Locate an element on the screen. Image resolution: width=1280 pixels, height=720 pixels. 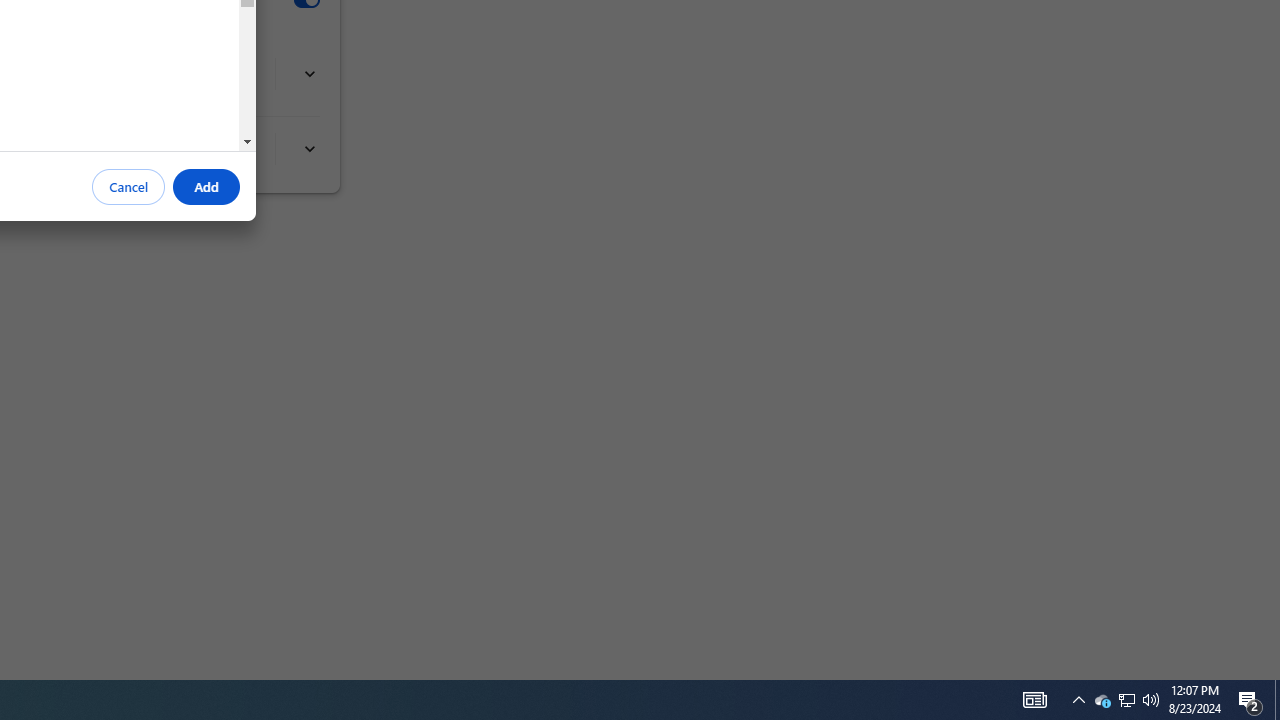
'Cancel' is located at coordinates (128, 187).